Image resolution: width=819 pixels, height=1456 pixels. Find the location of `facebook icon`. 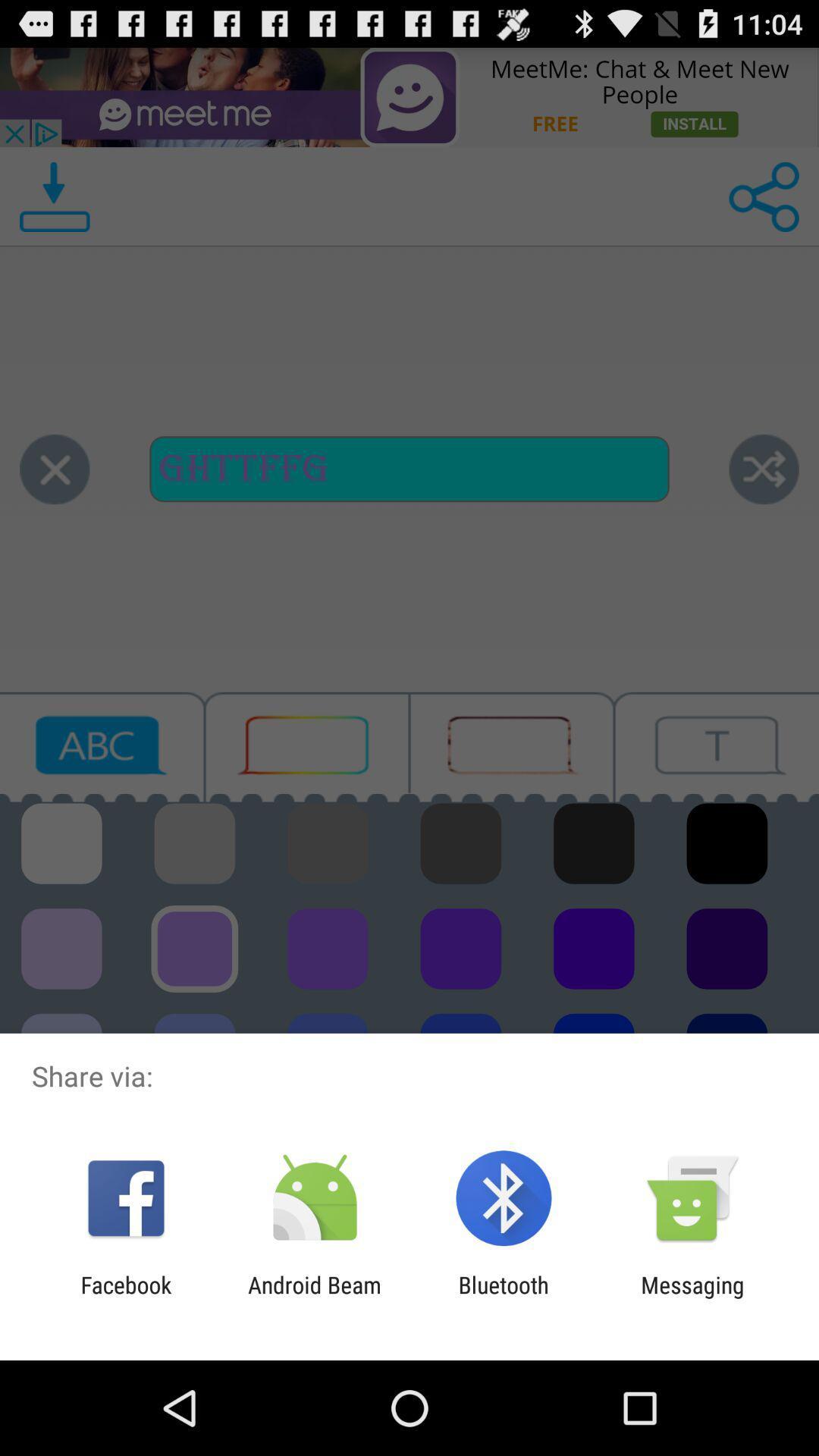

facebook icon is located at coordinates (125, 1298).